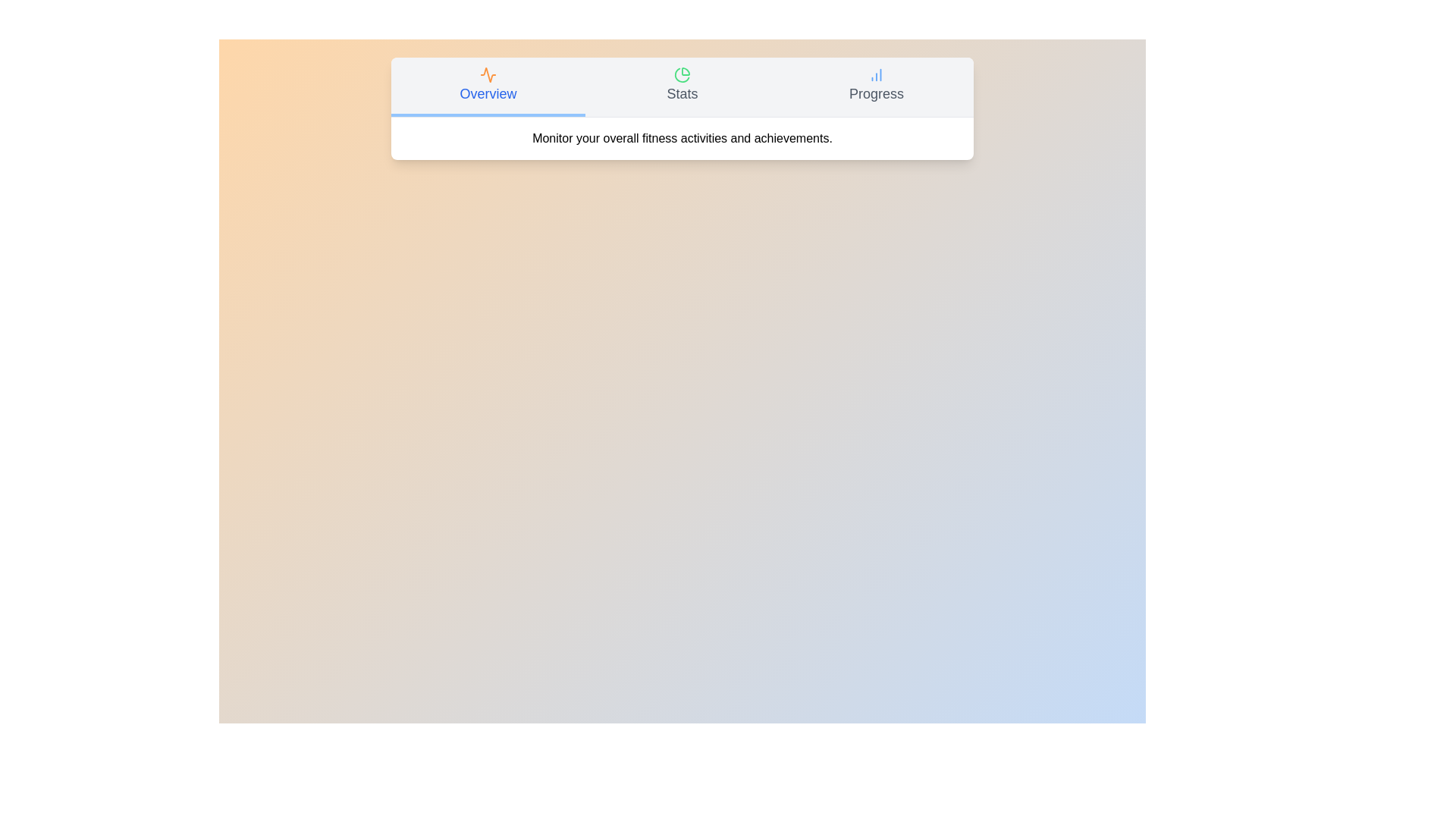 This screenshot has width=1456, height=819. Describe the element at coordinates (682, 87) in the screenshot. I see `the Stats tab to view its content` at that location.